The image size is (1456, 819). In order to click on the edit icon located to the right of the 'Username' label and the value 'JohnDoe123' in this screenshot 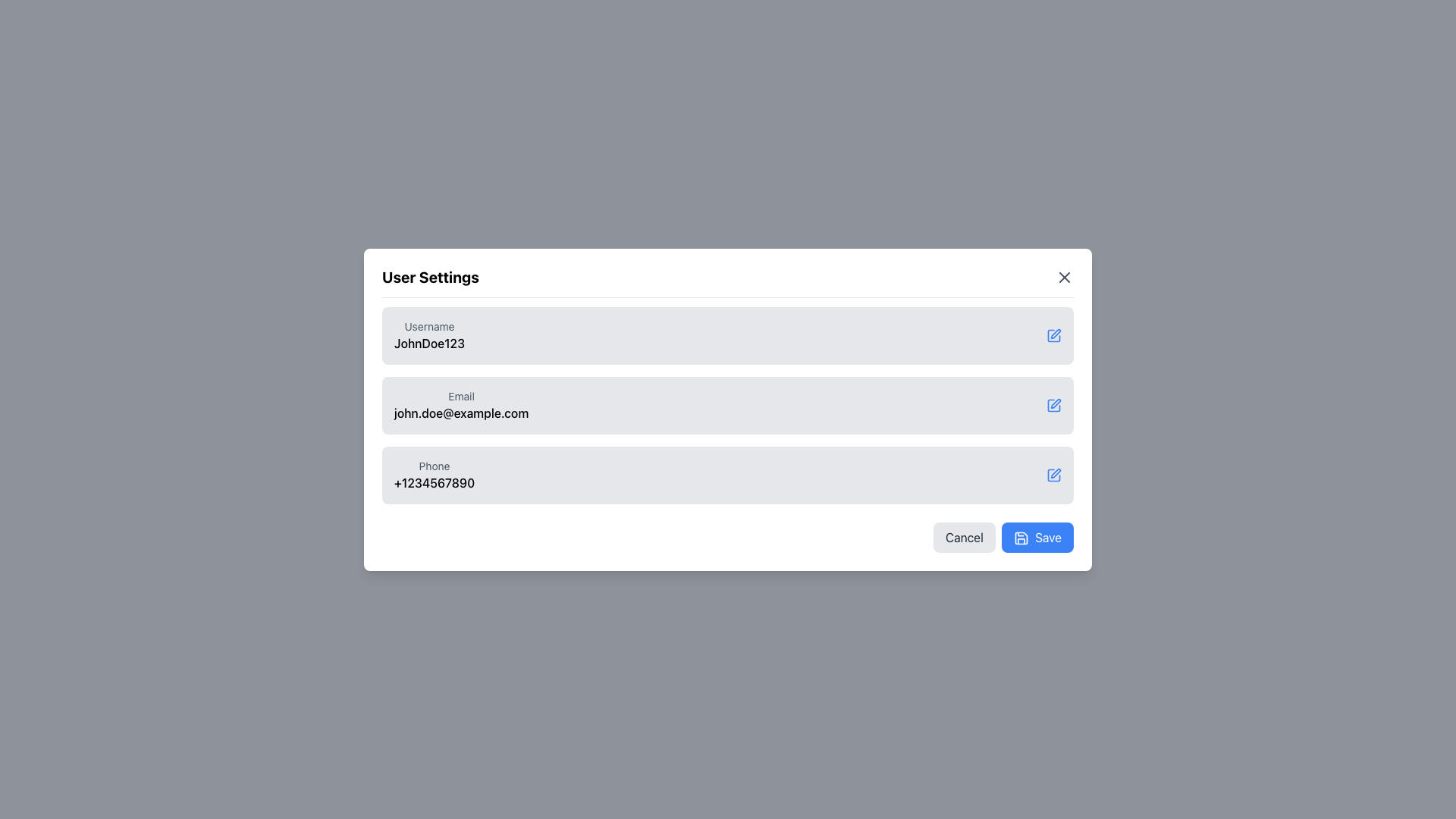, I will do `click(1053, 334)`.